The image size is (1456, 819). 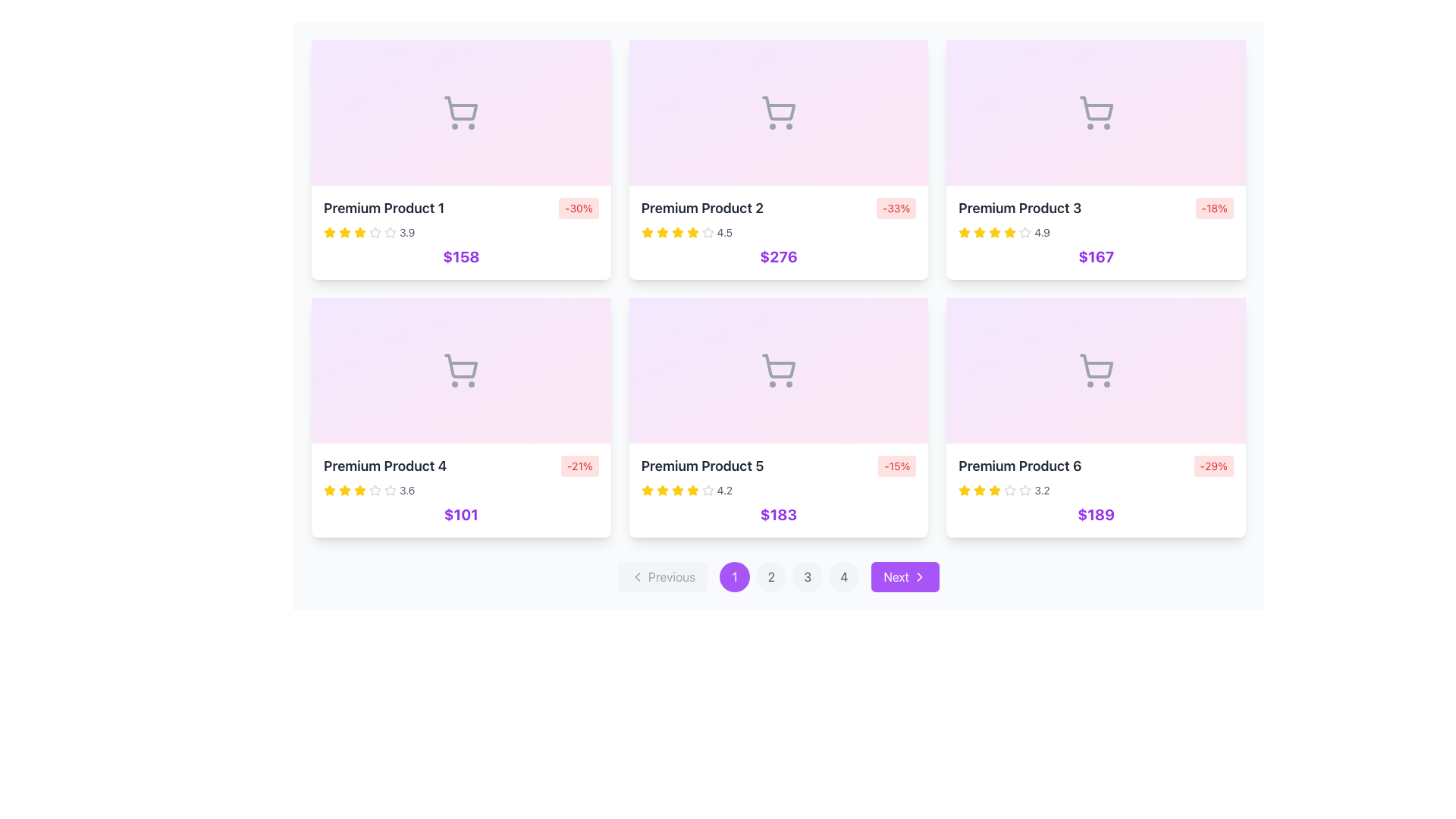 I want to click on the shopping cart icon located in the second card of the upper row in a 2x3 grid layout of product listings, so click(x=779, y=112).